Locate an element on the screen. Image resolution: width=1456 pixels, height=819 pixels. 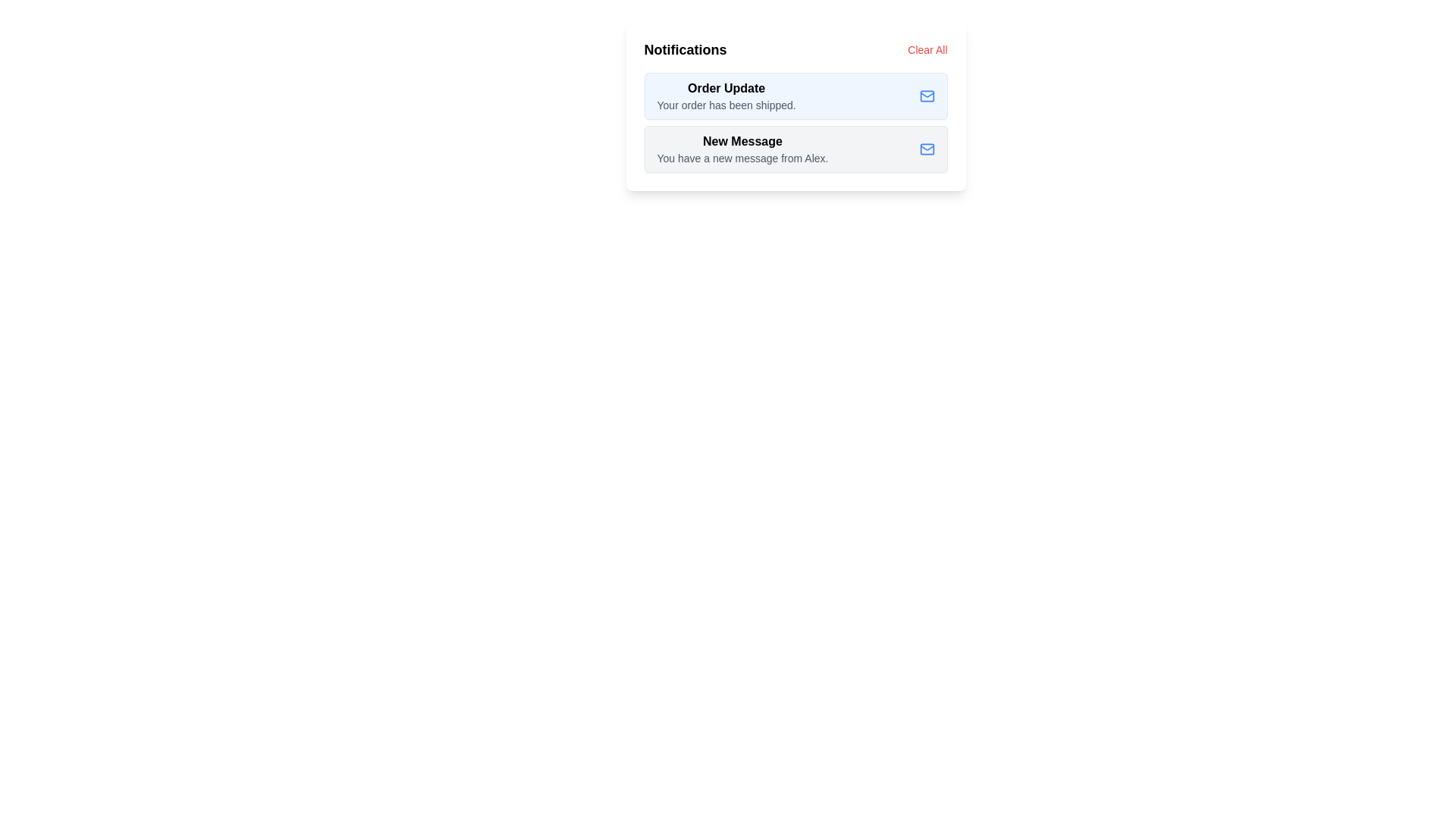
the static text element styled as a heading displaying 'Order Update', which is the first element in the notification card under 'Notifications' is located at coordinates (726, 88).